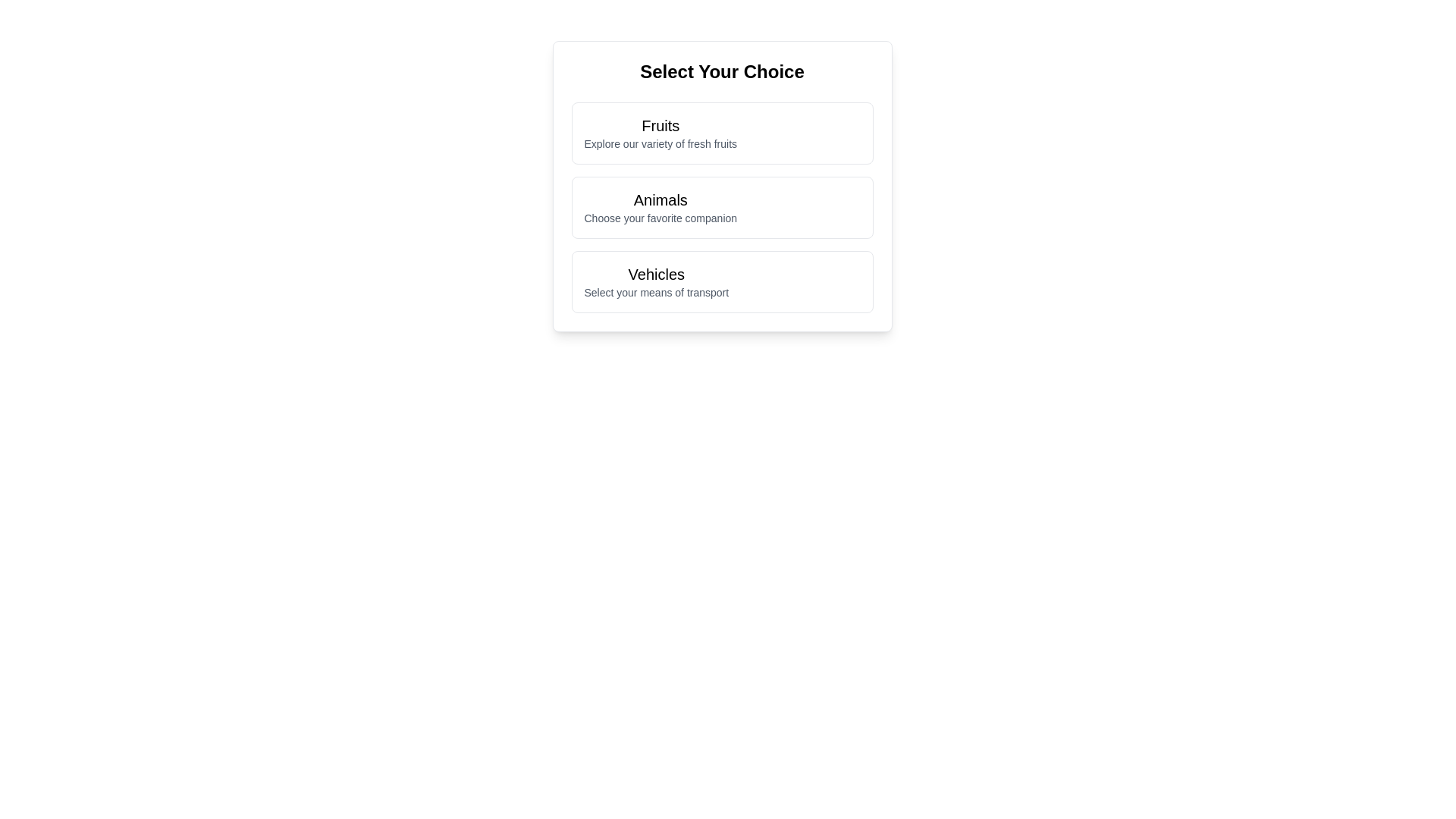 The height and width of the screenshot is (819, 1456). Describe the element at coordinates (721, 281) in the screenshot. I see `the 'Vehicles' clickable option located at the bottom of the selection card list` at that location.